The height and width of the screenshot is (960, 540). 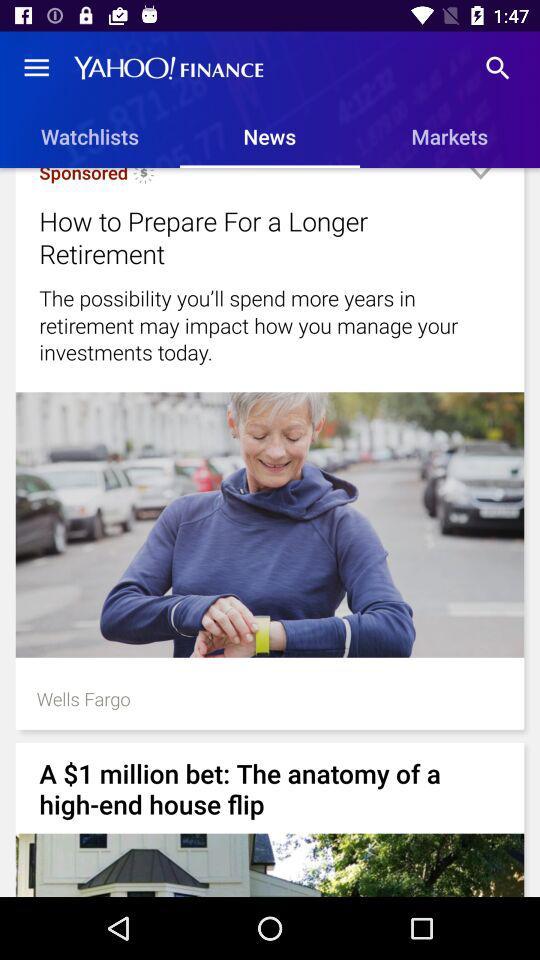 I want to click on the icon above the the possibility you item, so click(x=479, y=181).